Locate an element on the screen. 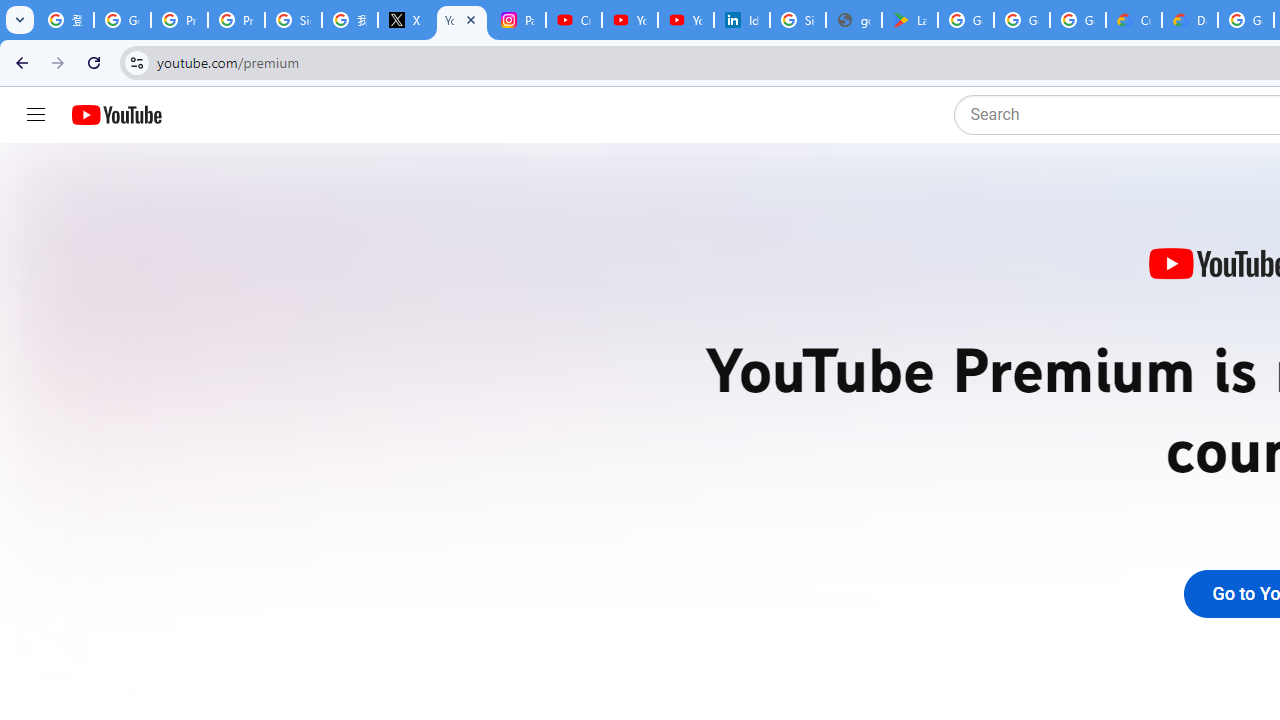 This screenshot has height=720, width=1280. 'Google Workspace - Specific Terms' is located at coordinates (1022, 20).